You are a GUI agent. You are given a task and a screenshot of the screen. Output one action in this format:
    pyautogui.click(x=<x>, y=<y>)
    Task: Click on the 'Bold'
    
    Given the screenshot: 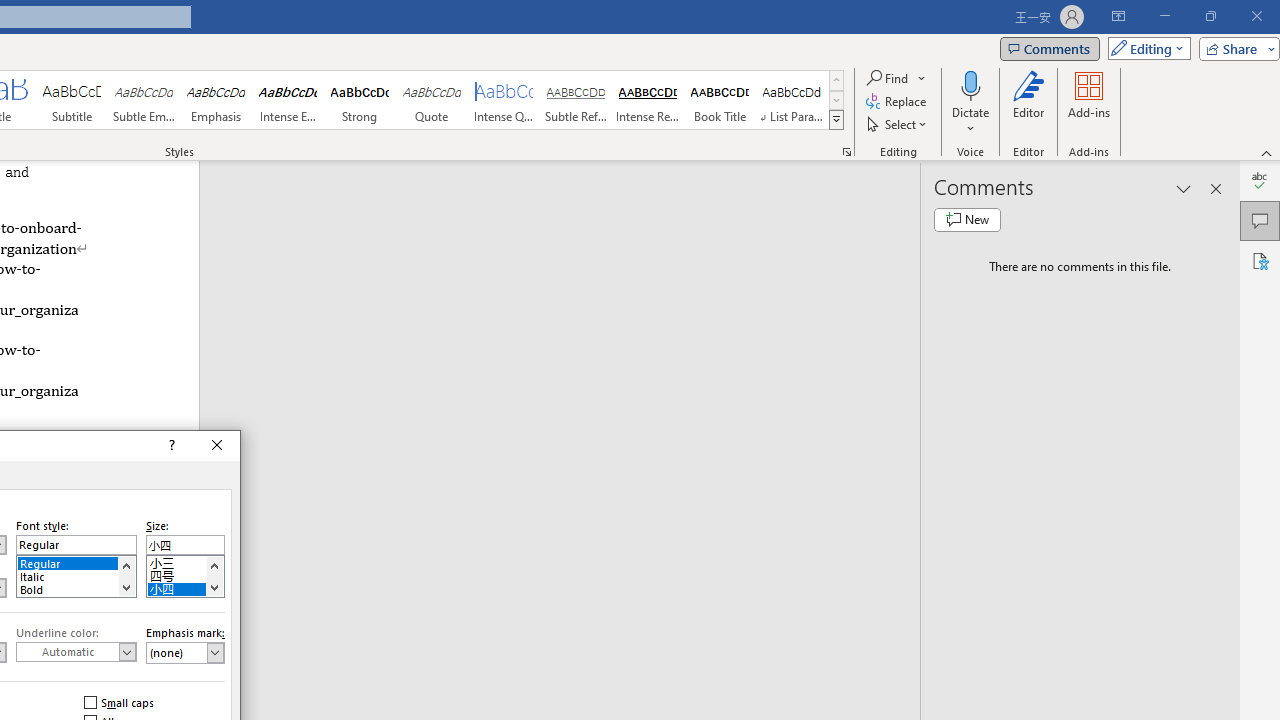 What is the action you would take?
    pyautogui.click(x=76, y=586)
    